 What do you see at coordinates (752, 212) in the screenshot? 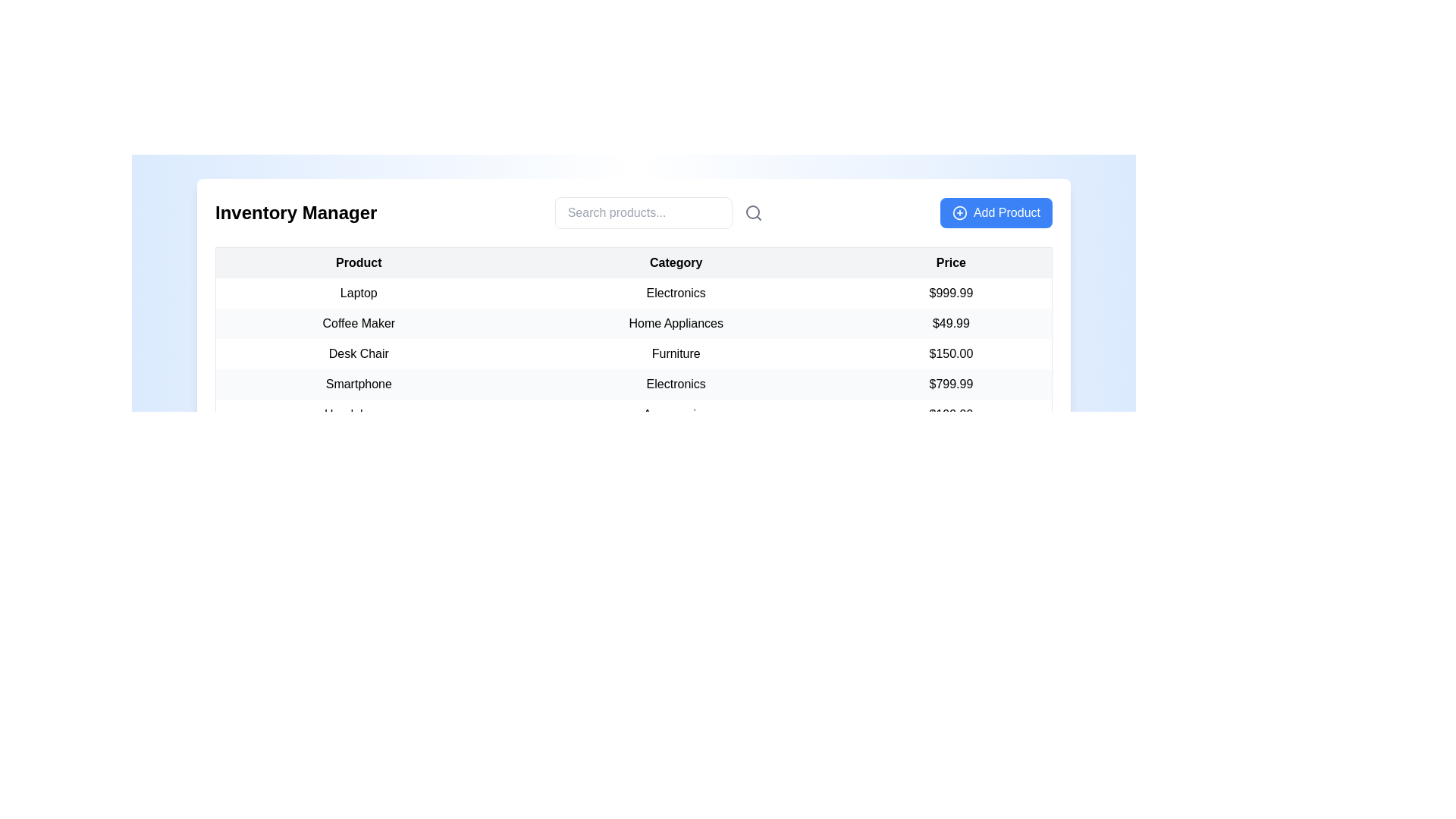
I see `the search icon component representing a magnifying glass, which is located at the top-right corner of the interface beside the search input field` at bounding box center [752, 212].